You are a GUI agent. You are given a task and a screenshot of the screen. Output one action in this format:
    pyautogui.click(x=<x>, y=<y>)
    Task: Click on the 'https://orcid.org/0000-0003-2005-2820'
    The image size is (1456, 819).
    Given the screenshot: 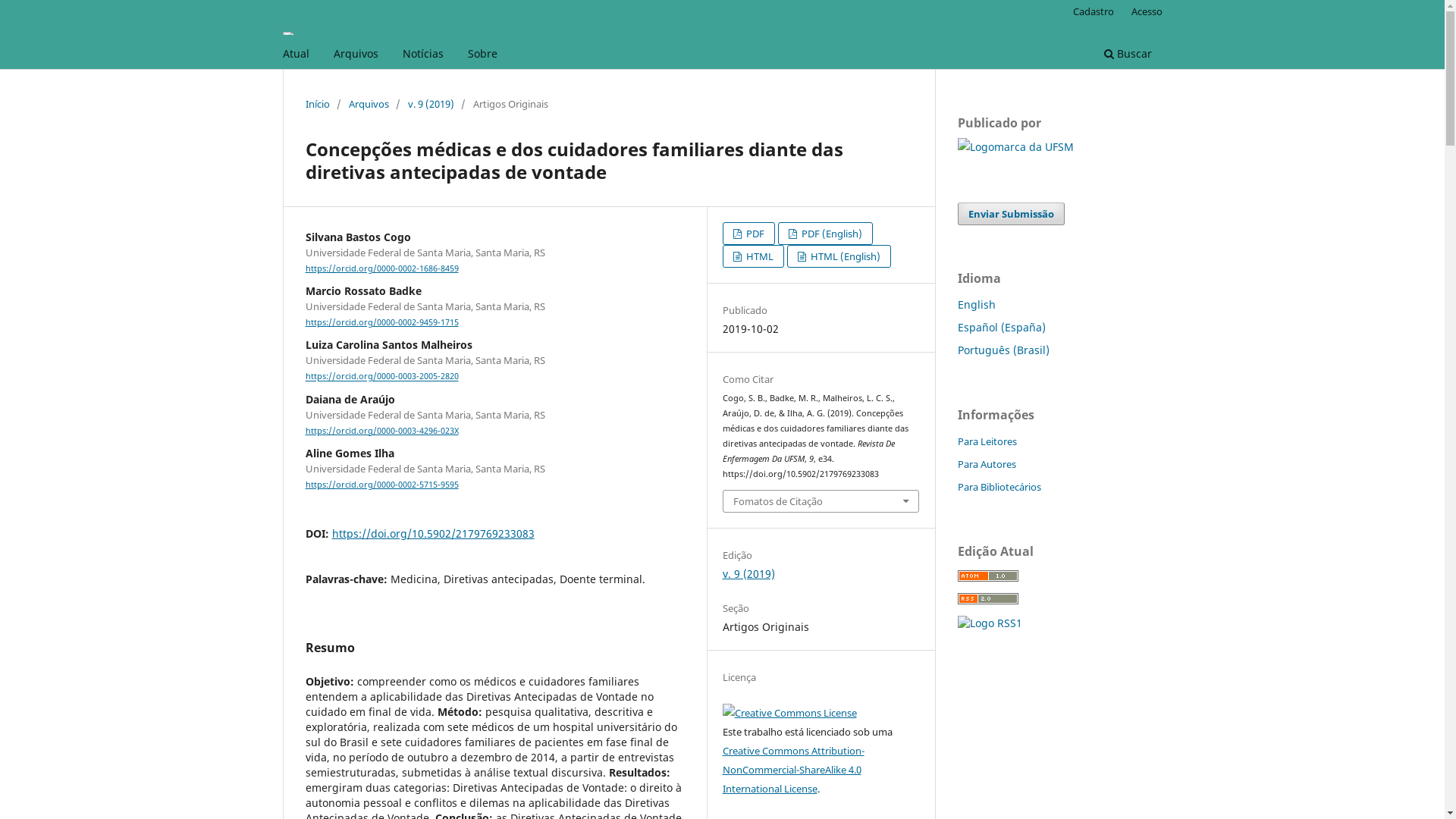 What is the action you would take?
    pyautogui.click(x=381, y=376)
    